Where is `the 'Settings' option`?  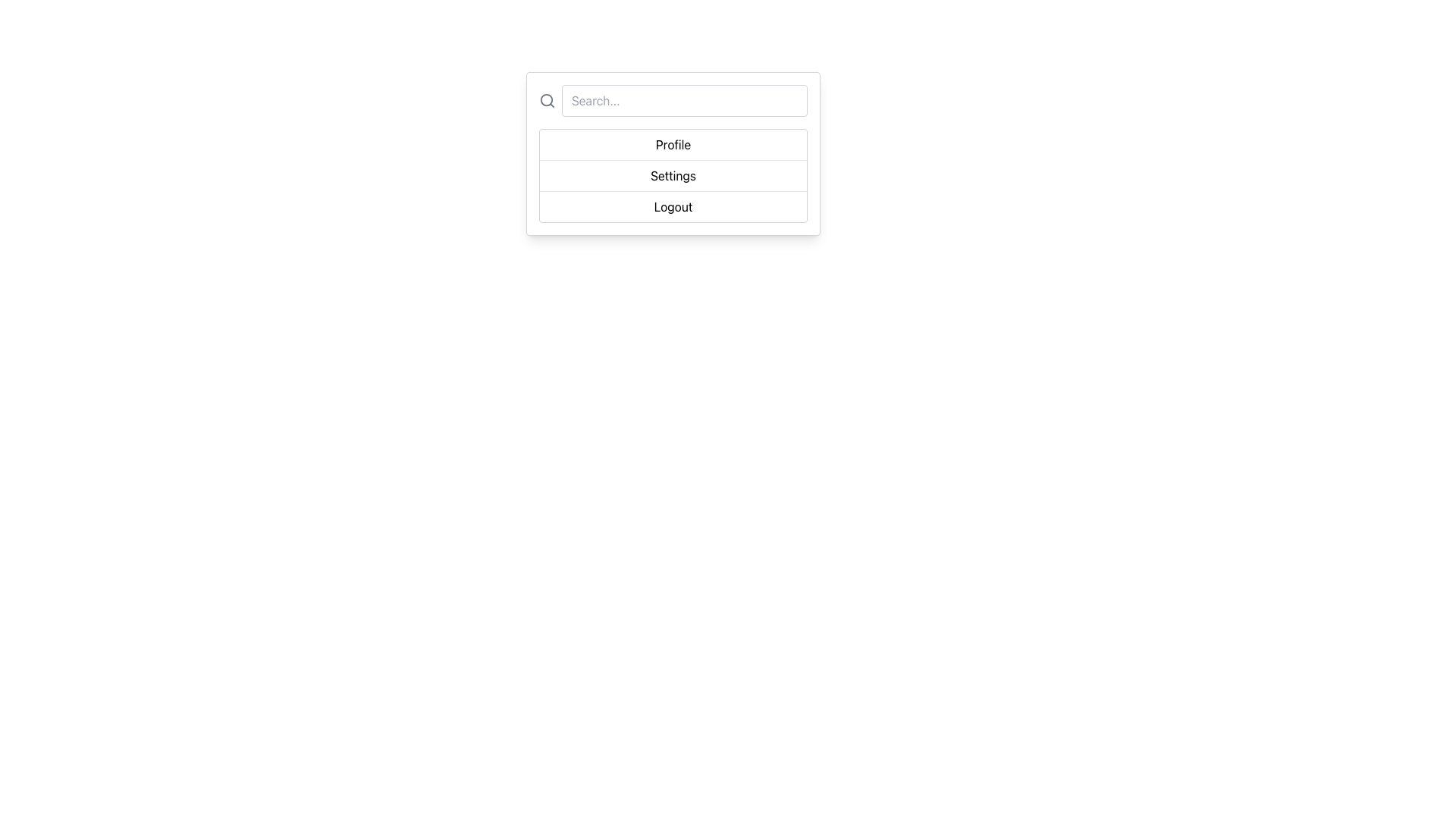 the 'Settings' option is located at coordinates (673, 174).